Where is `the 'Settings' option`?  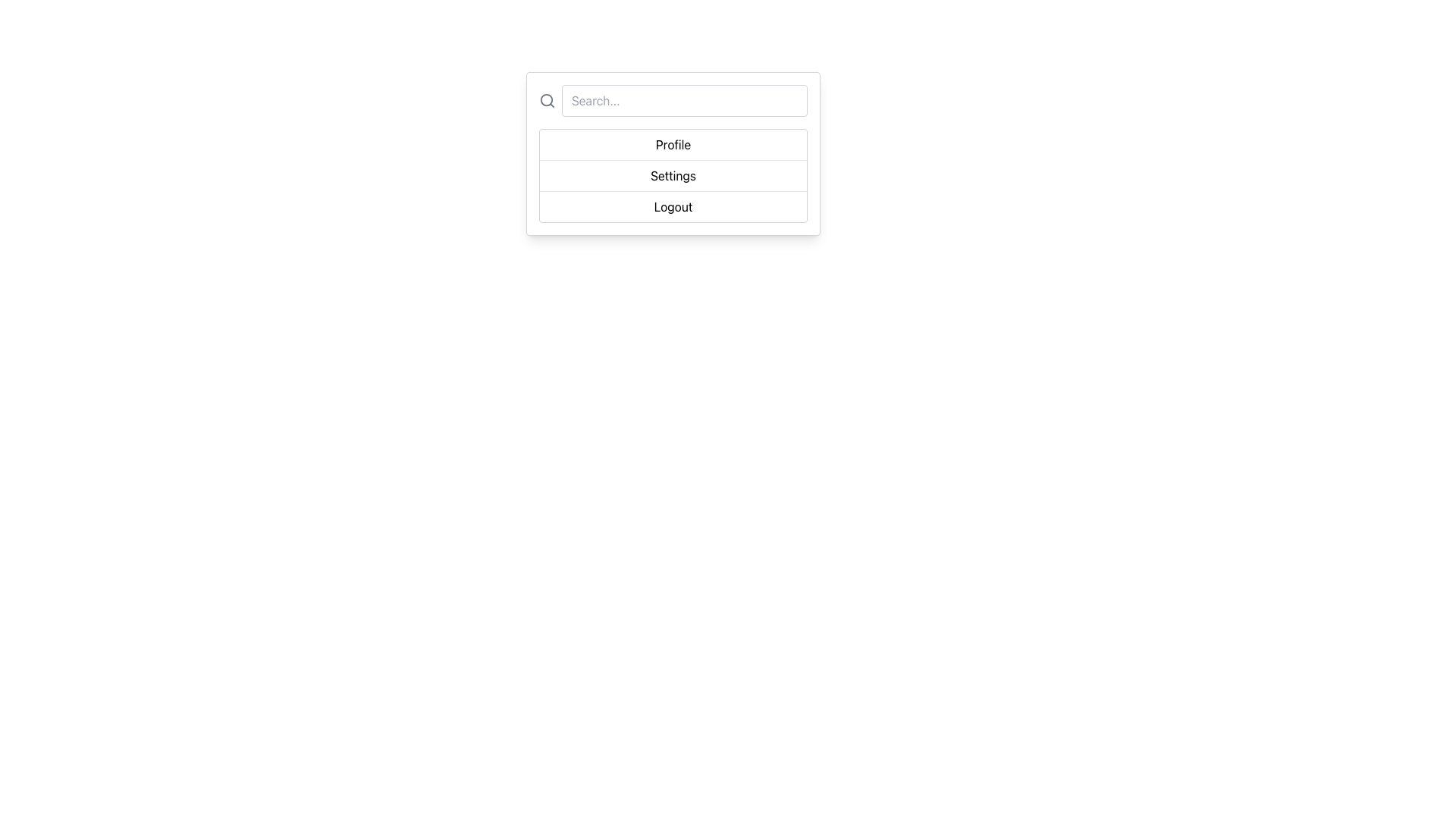 the 'Settings' option is located at coordinates (673, 174).